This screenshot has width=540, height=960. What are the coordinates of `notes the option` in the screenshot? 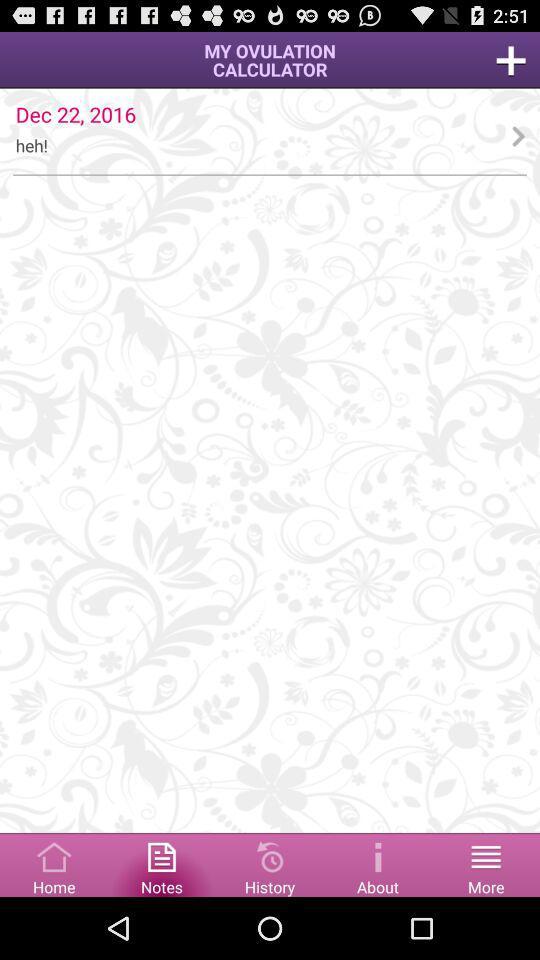 It's located at (161, 863).